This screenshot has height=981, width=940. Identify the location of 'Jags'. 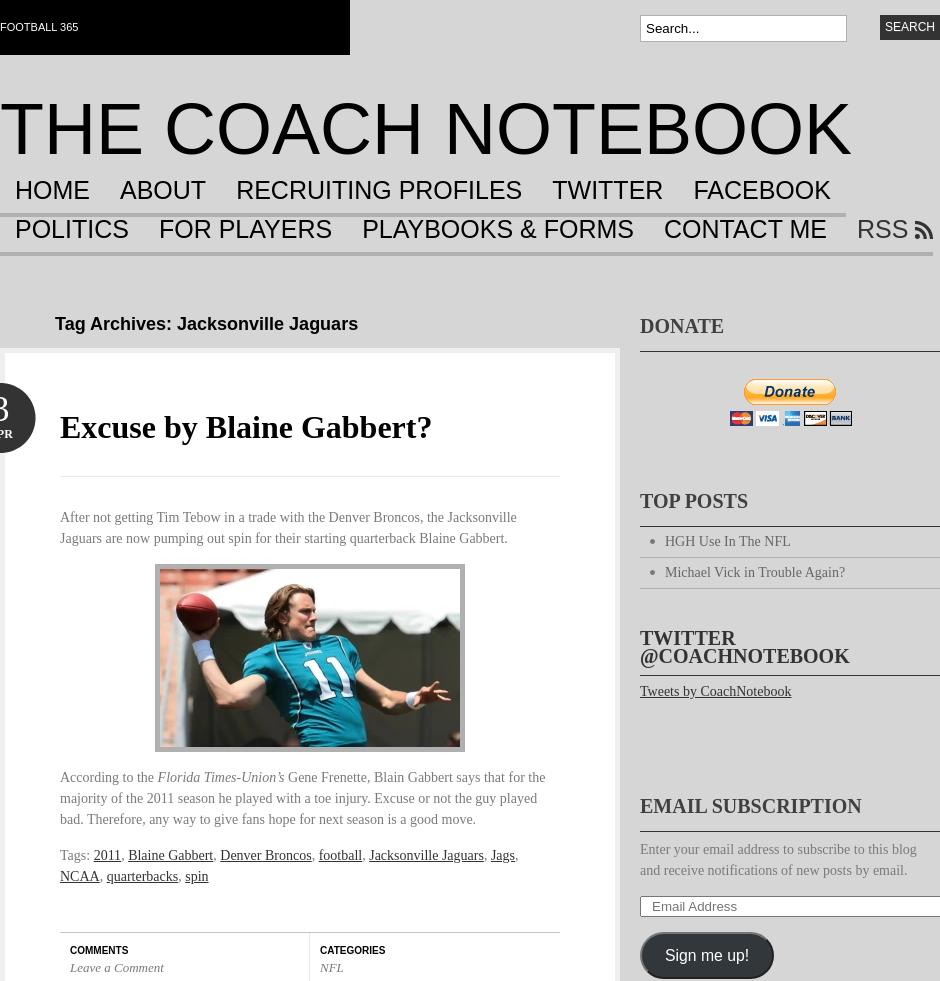
(502, 855).